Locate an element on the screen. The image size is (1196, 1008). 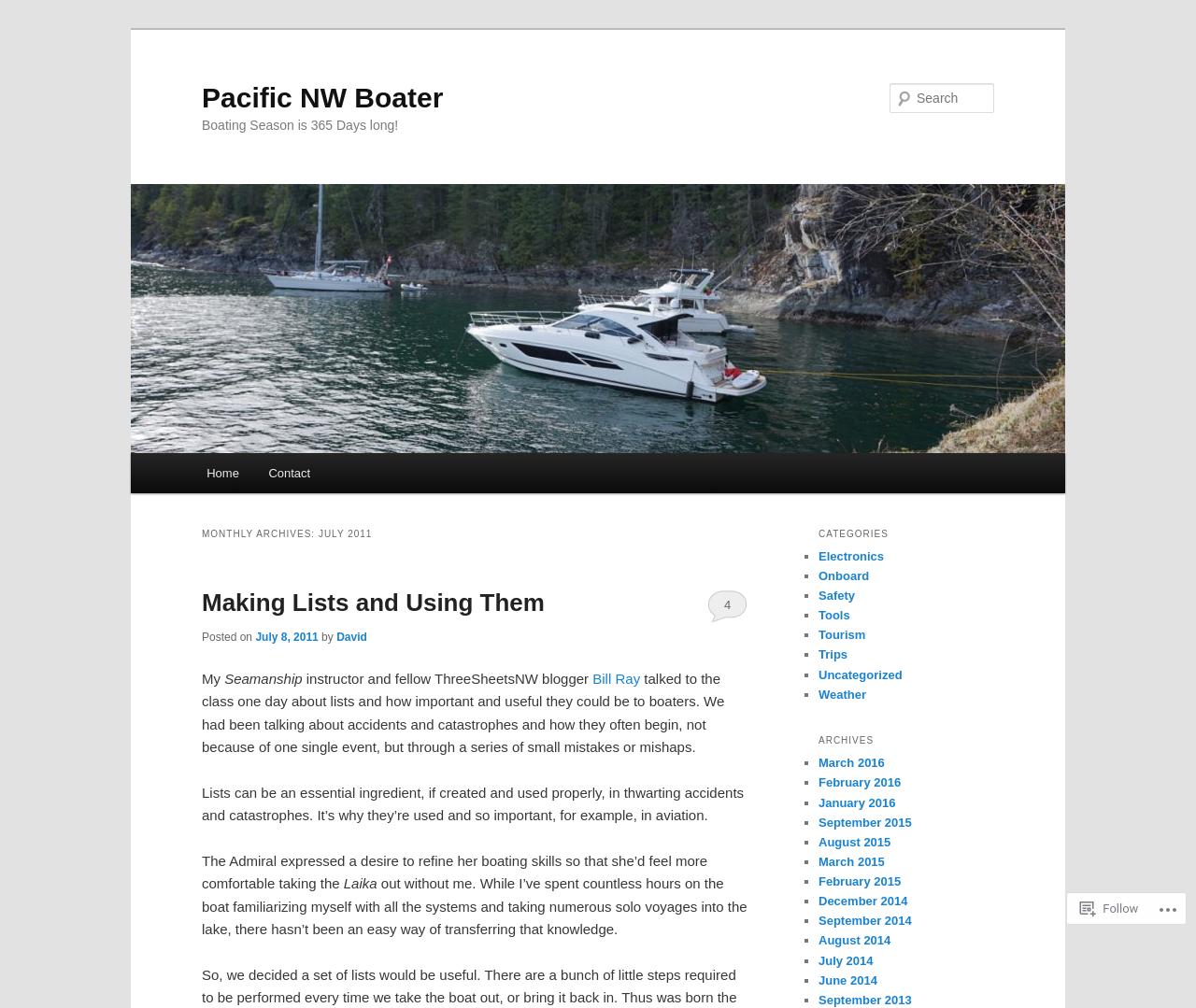
'June 2014' is located at coordinates (847, 978).